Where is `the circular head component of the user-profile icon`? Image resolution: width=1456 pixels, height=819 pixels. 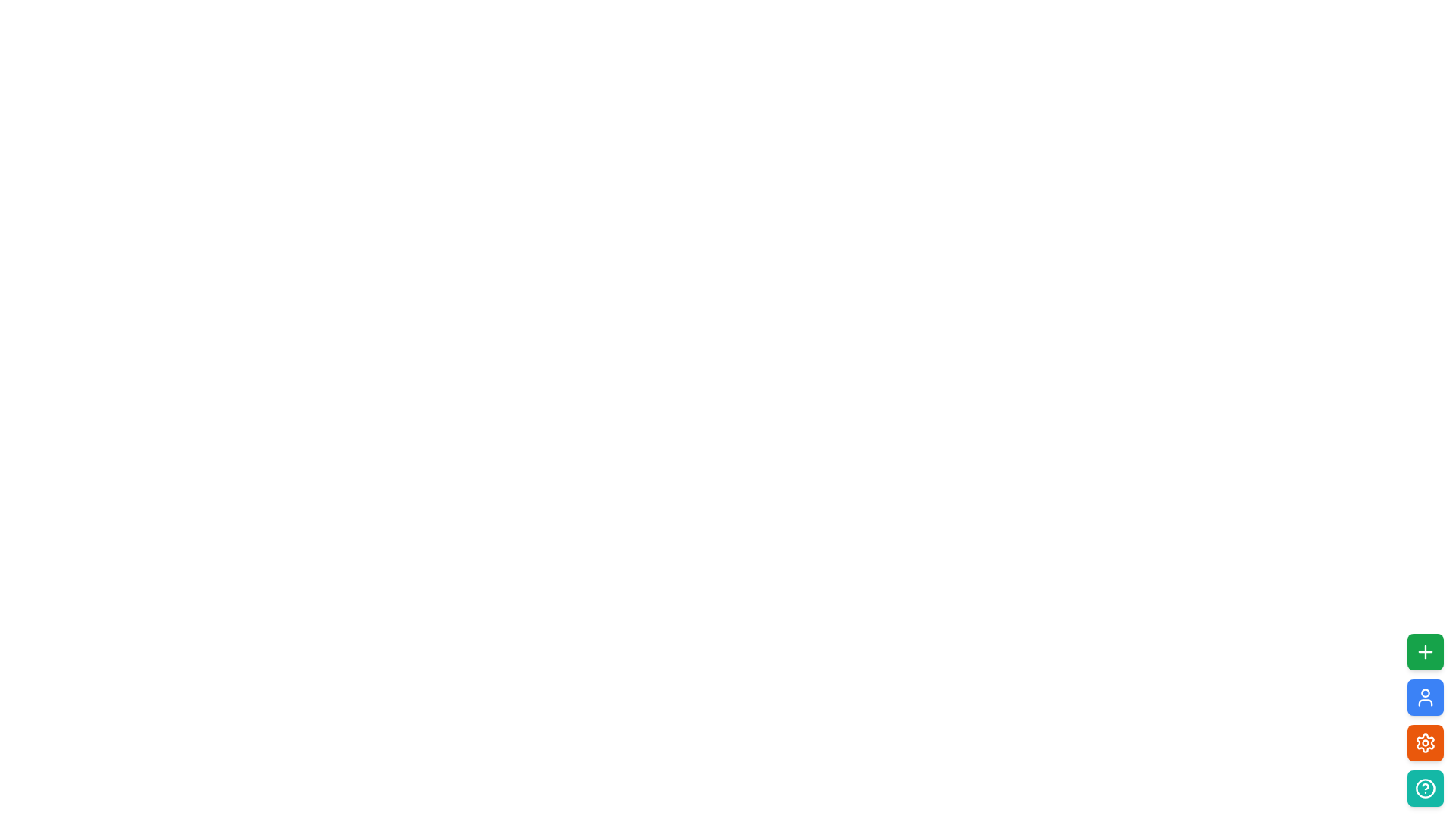
the circular head component of the user-profile icon is located at coordinates (1425, 693).